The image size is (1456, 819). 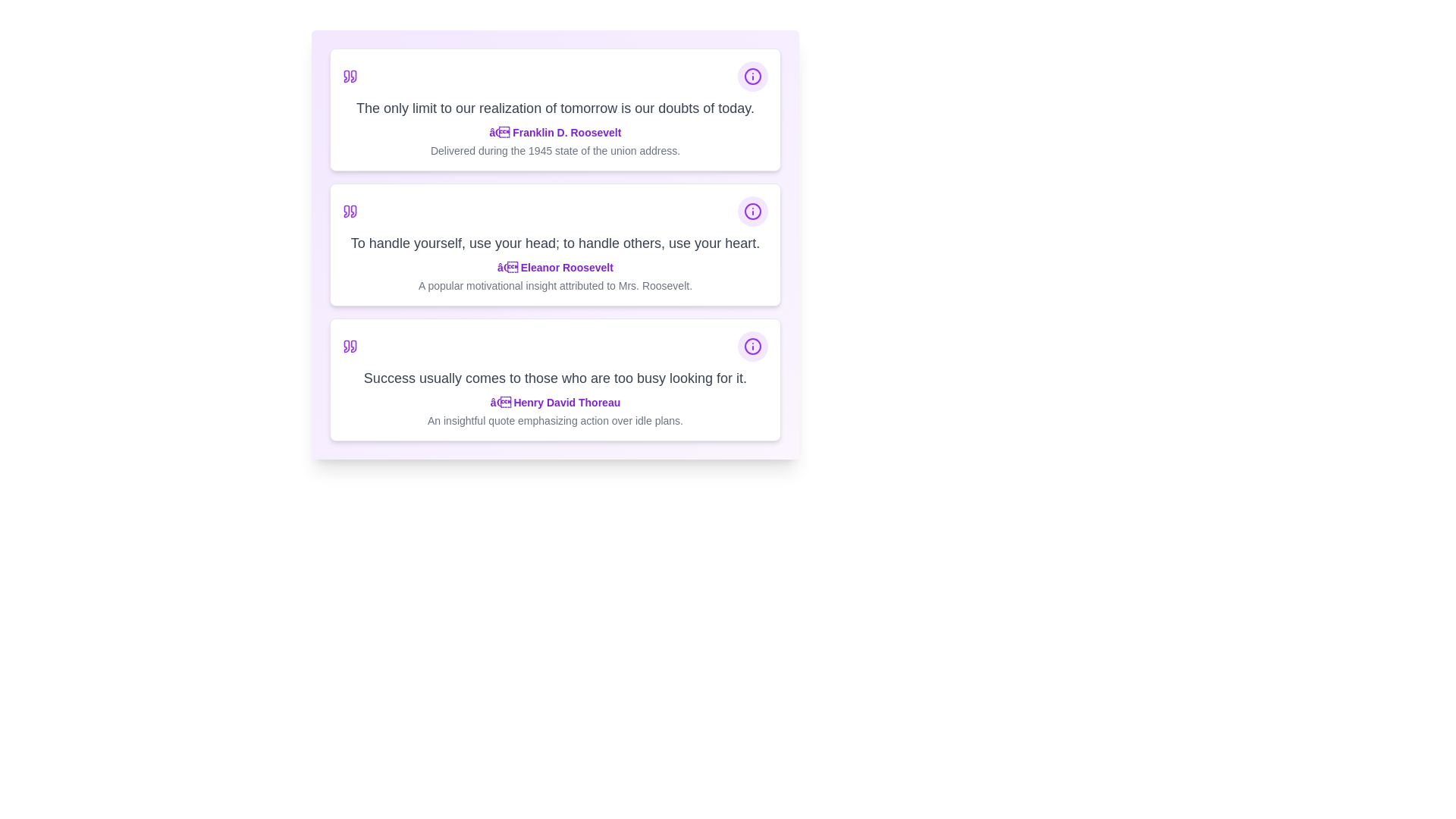 I want to click on text quote displayed in the text block, which is centrally aligned within the first bordered card and presented in dark gray font, so click(x=554, y=107).